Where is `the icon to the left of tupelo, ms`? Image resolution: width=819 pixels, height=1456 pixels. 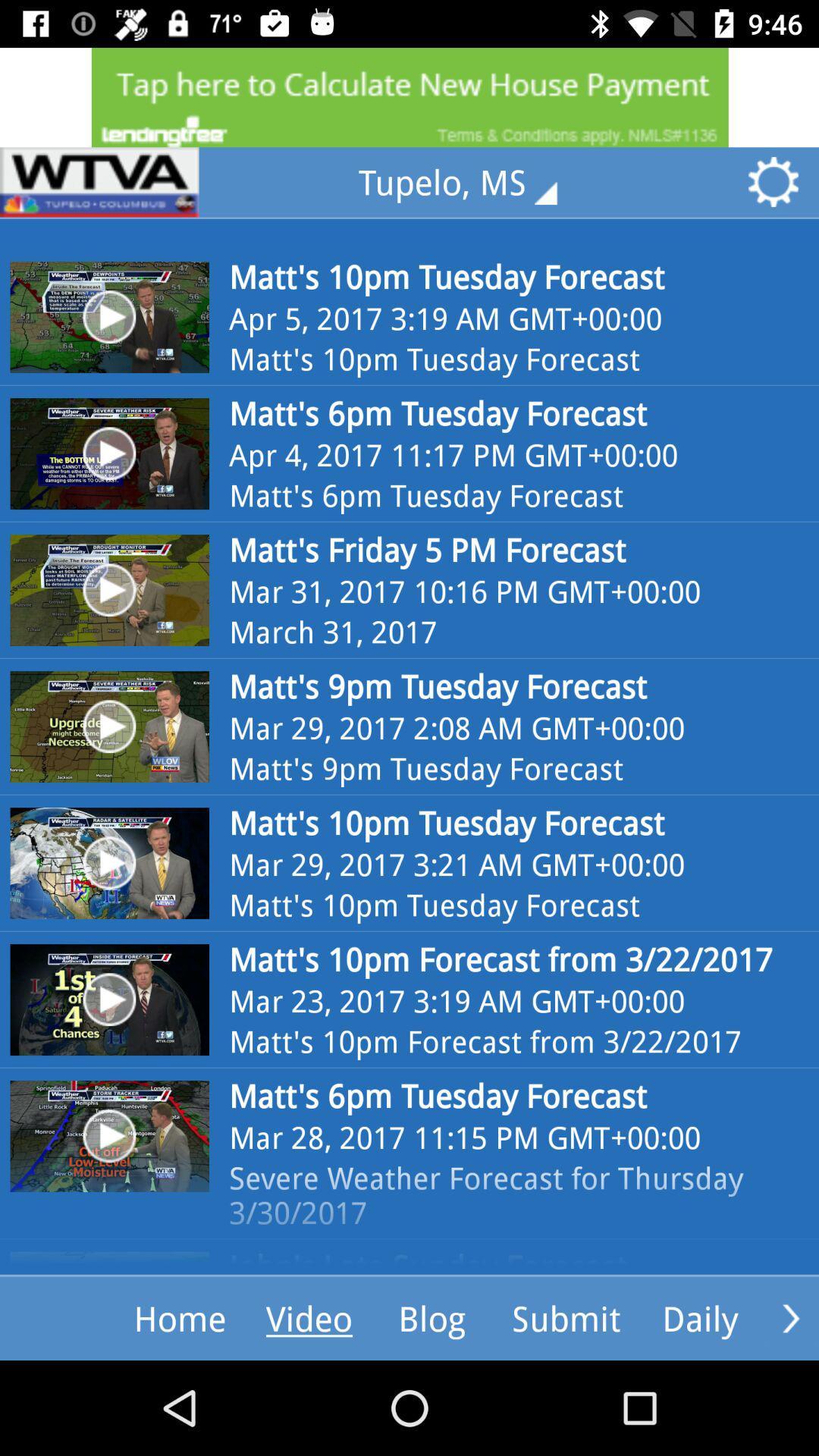 the icon to the left of tupelo, ms is located at coordinates (99, 182).